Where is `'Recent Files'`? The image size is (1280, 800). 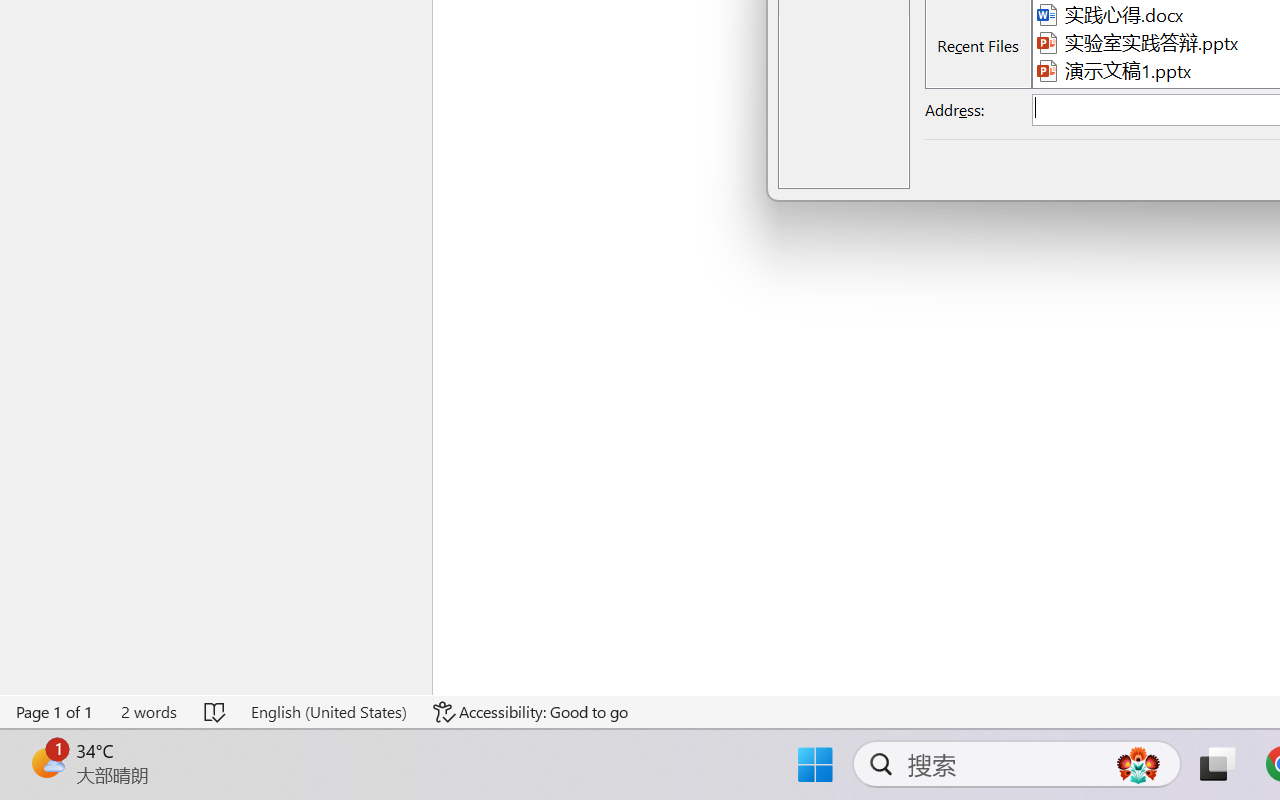 'Recent Files' is located at coordinates (977, 44).